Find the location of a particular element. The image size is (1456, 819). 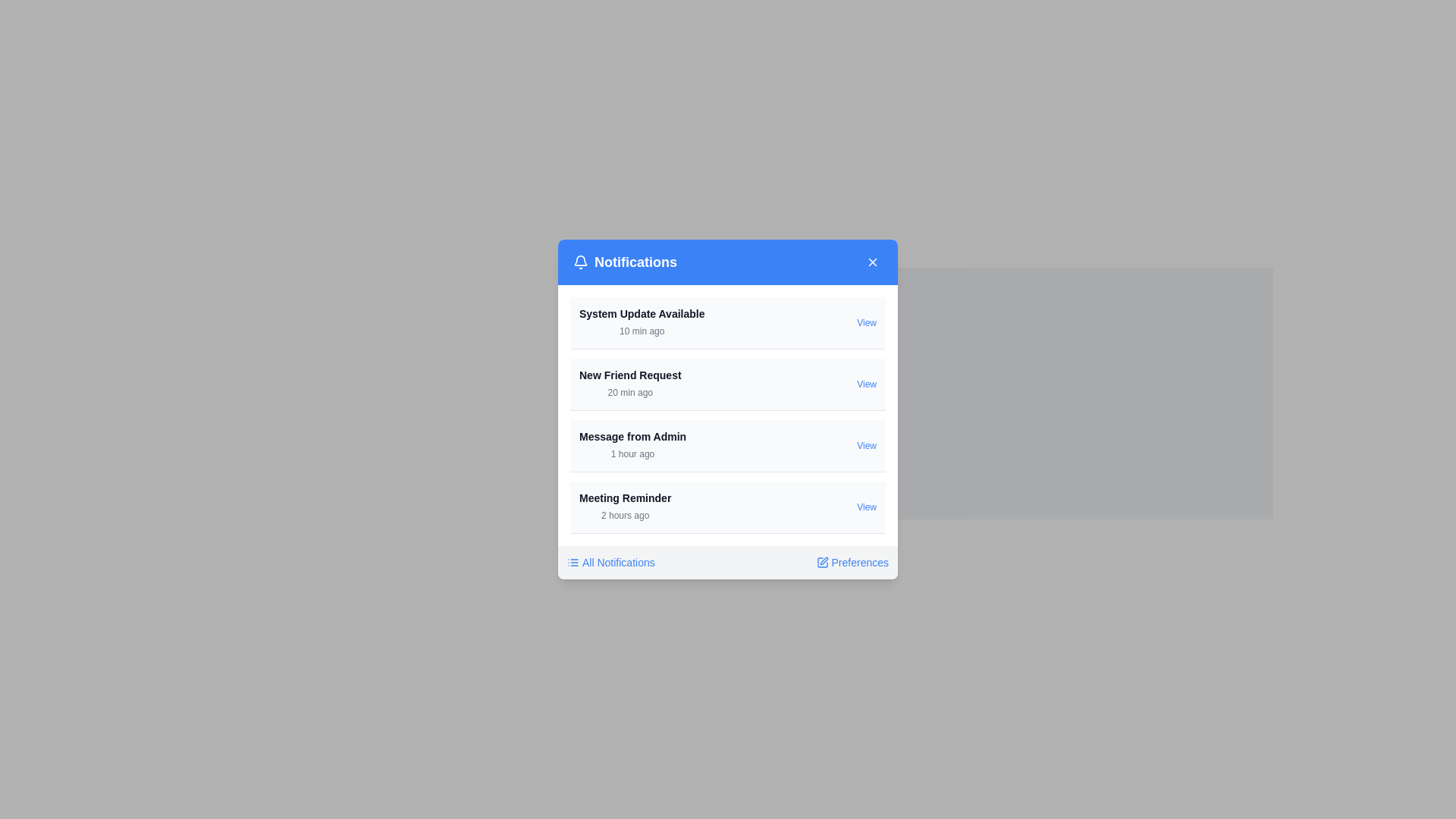

the Static Text that shows the timestamp for the 'Meeting Reminder' notification, located in the bottom-most notification card of the 'Notifications' panel is located at coordinates (625, 514).